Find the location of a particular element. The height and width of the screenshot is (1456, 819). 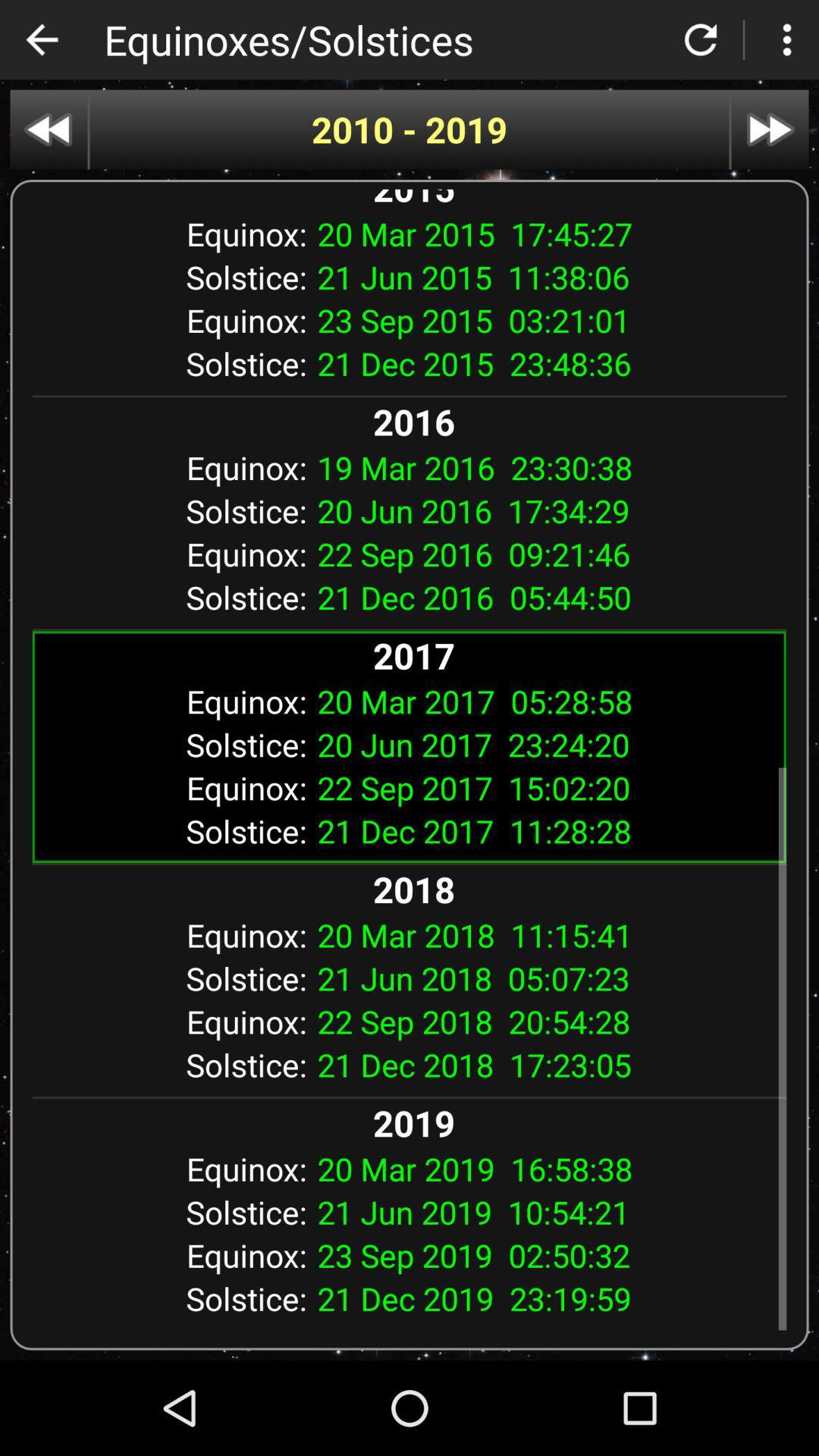

back button is located at coordinates (41, 39).